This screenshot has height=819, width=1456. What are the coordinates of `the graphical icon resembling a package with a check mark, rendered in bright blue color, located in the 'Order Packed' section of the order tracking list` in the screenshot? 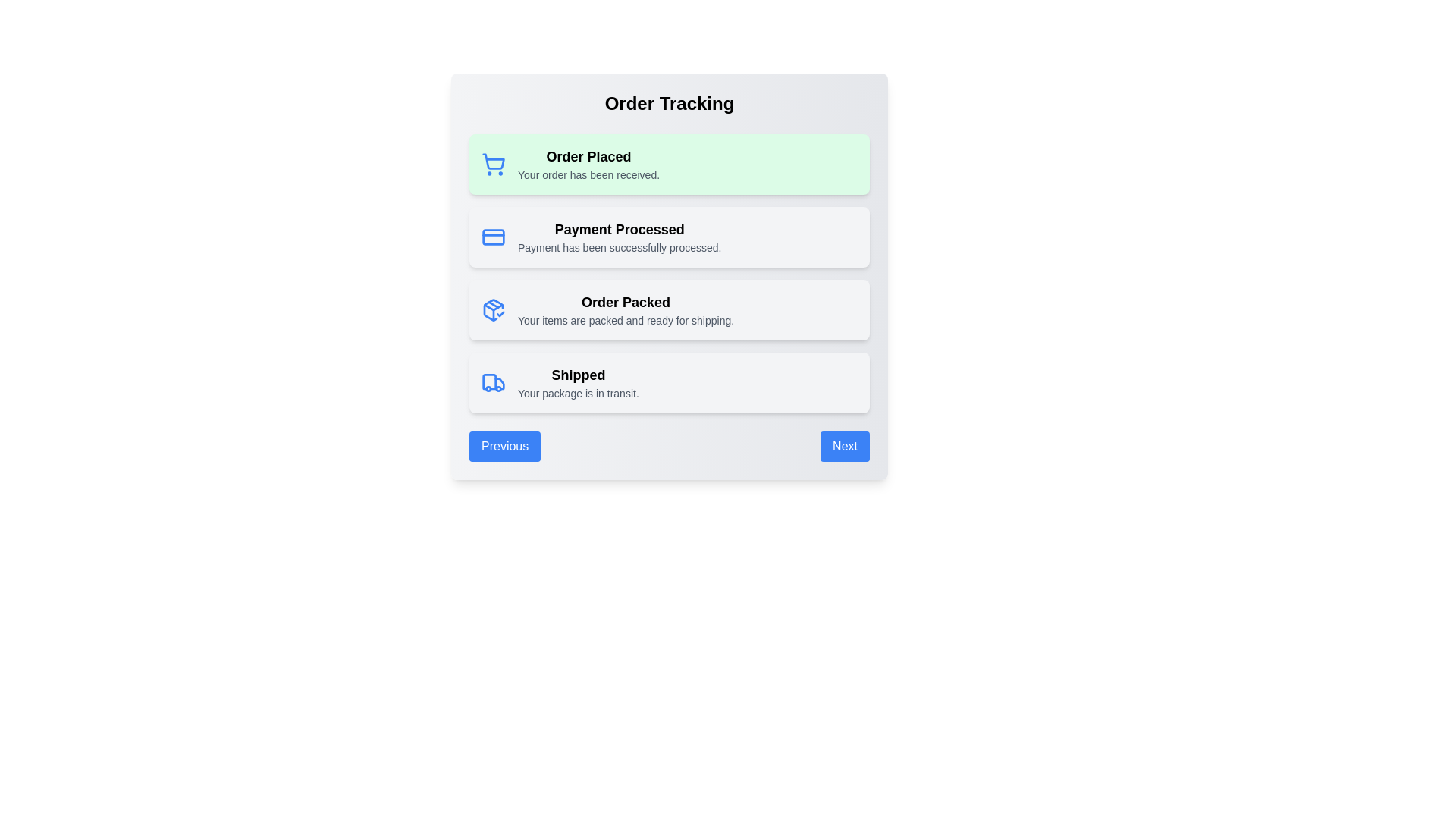 It's located at (494, 309).